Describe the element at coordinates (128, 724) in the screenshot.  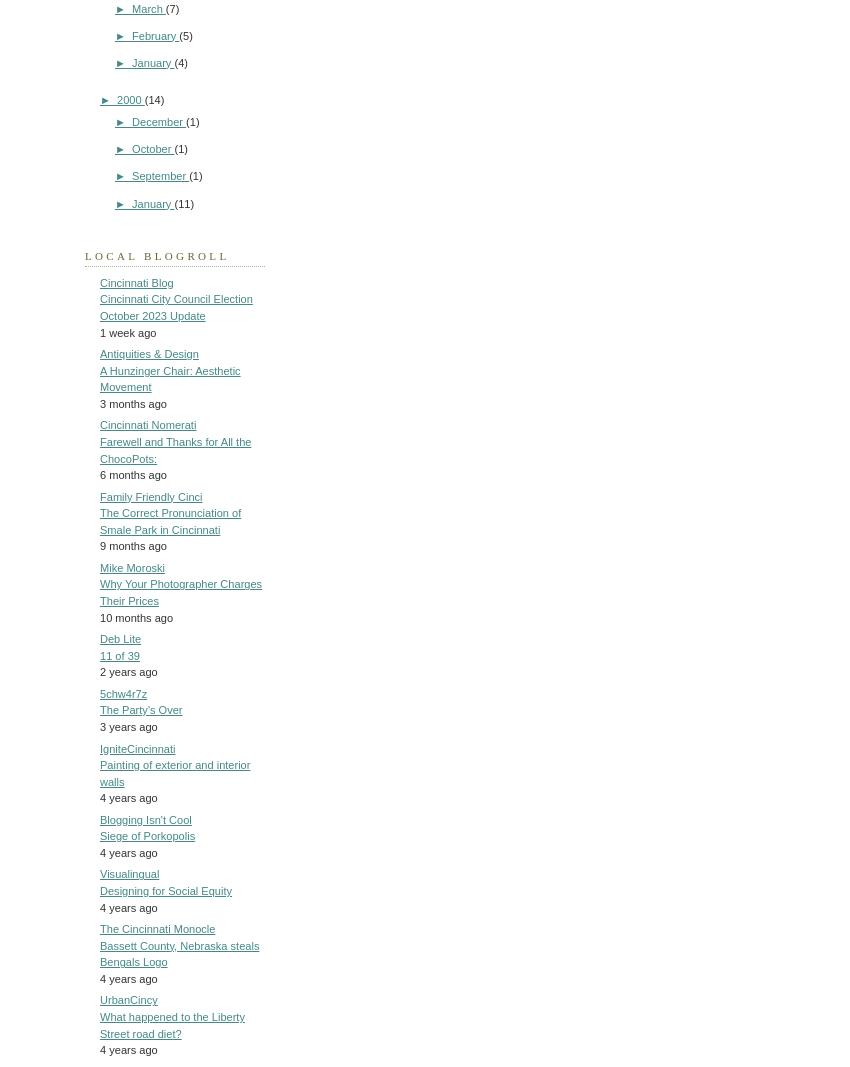
I see `'3 years ago'` at that location.